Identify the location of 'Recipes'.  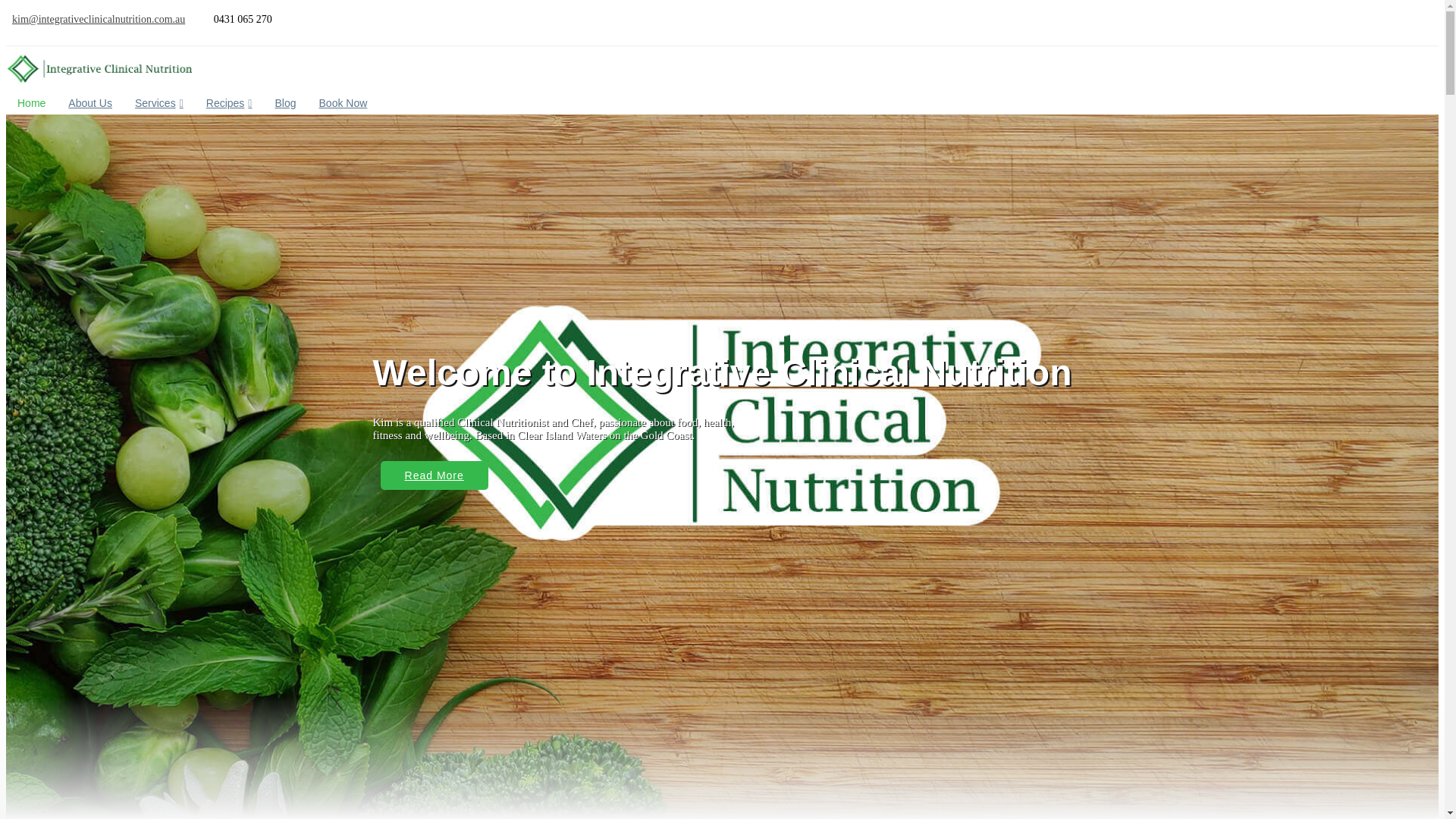
(228, 102).